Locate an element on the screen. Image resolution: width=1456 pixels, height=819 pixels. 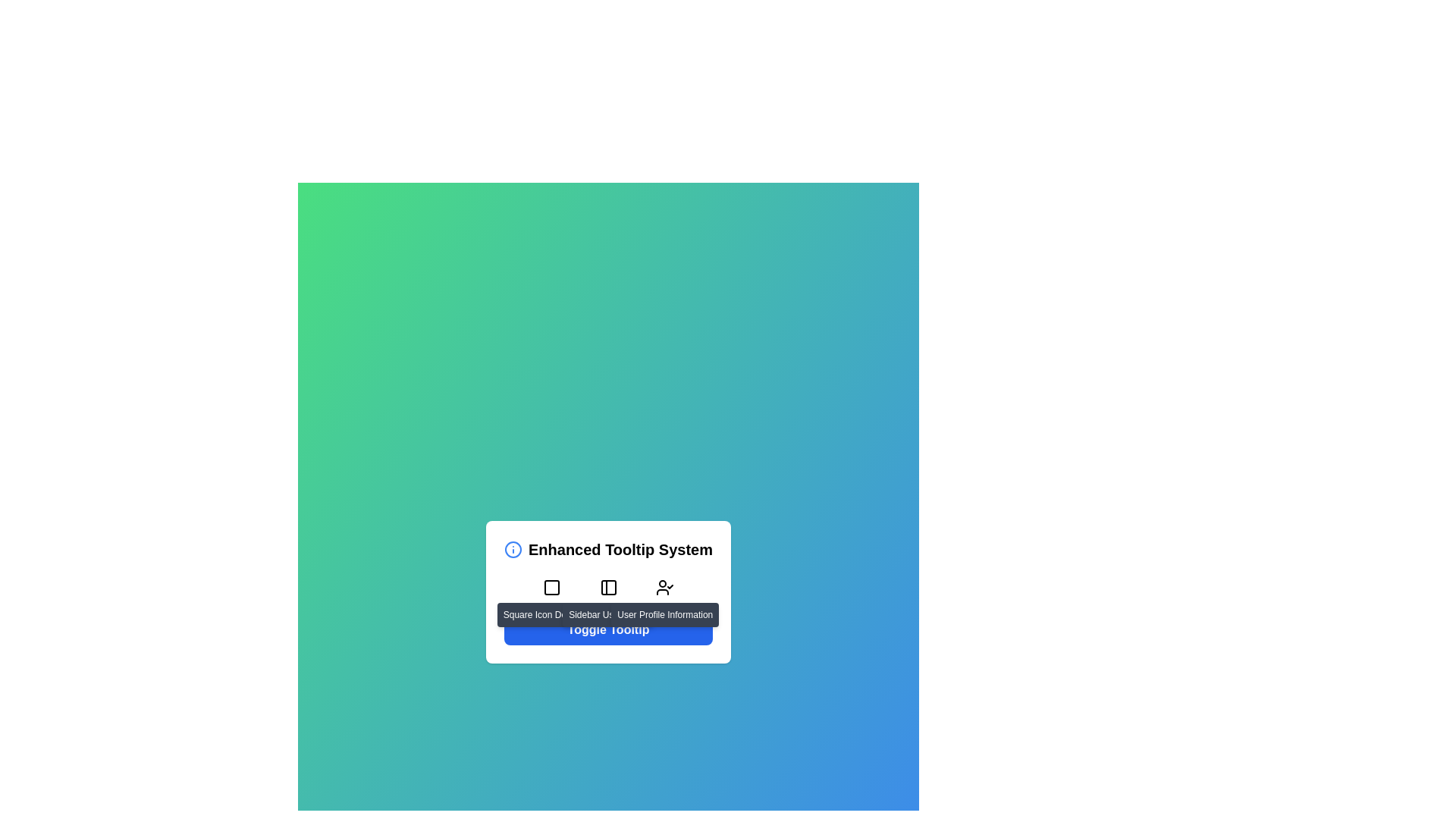
the second icon button in the row below the title 'Enhanced Tooltip System', which has a sidebar depiction icon is located at coordinates (608, 587).